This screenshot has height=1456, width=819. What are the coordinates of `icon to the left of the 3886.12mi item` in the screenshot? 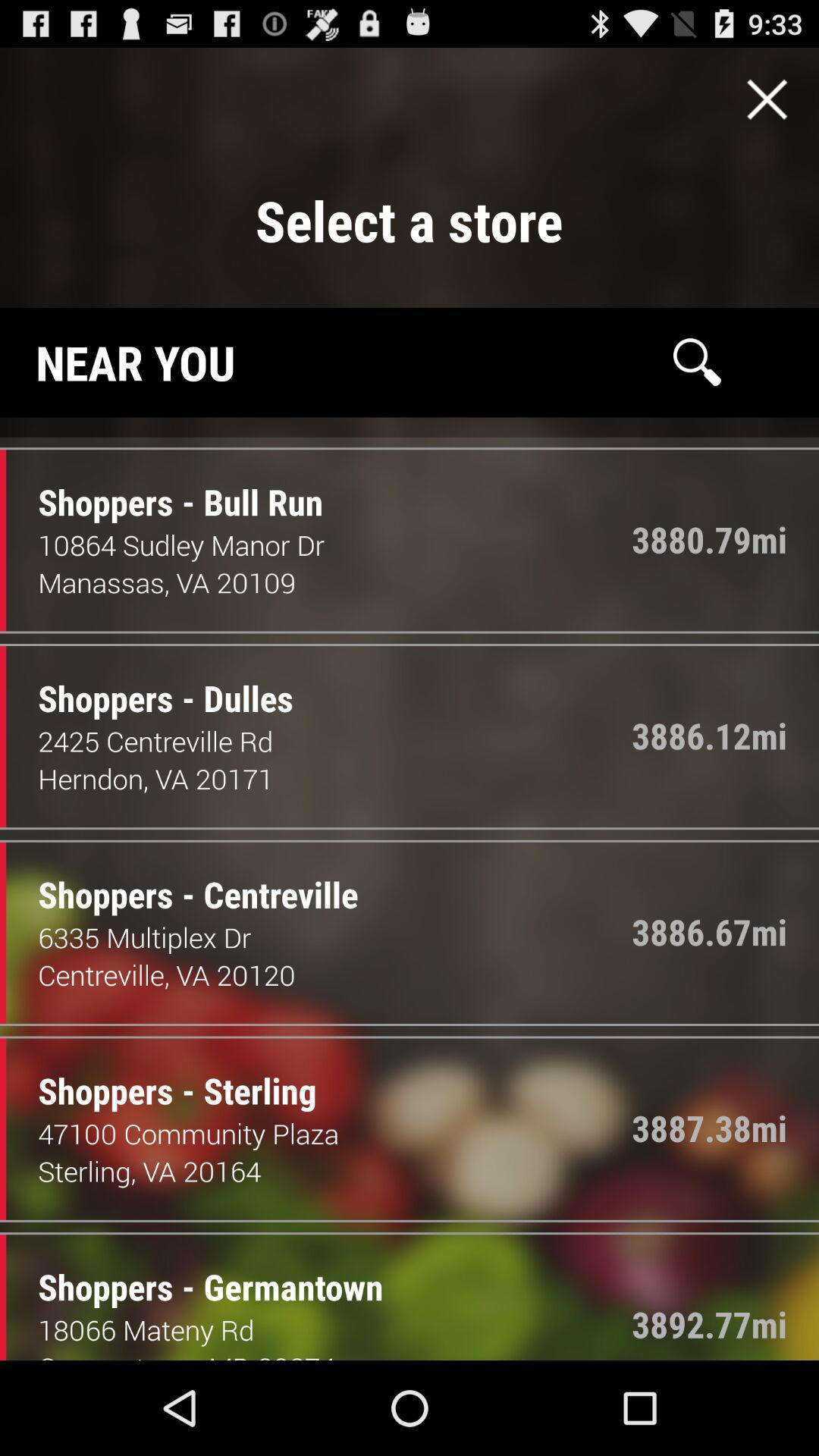 It's located at (154, 682).